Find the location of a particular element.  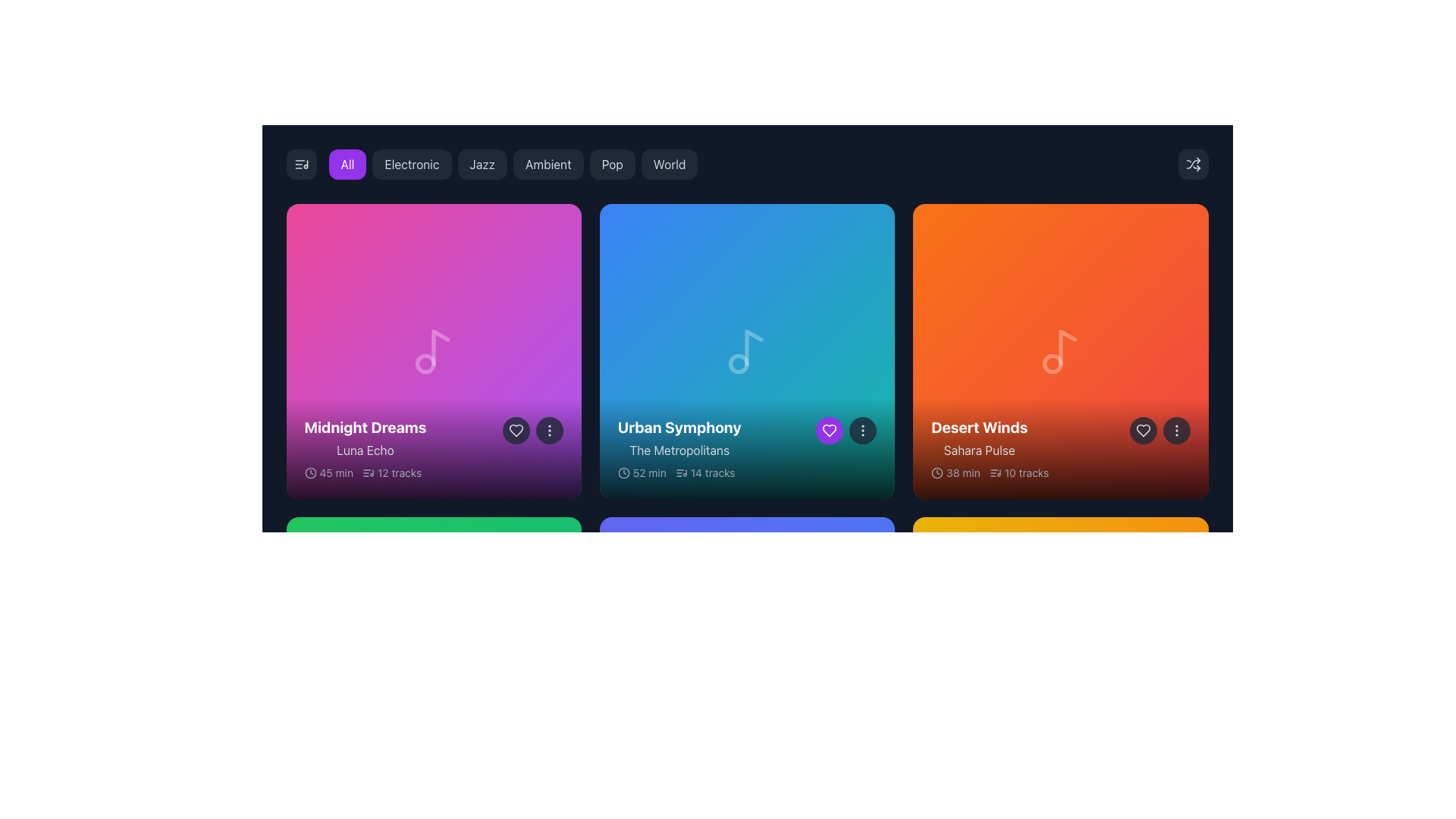

the text with the clock icon displaying '38 min' located in the 'Desert Winds' music card in the second row of the grid layout is located at coordinates (955, 472).